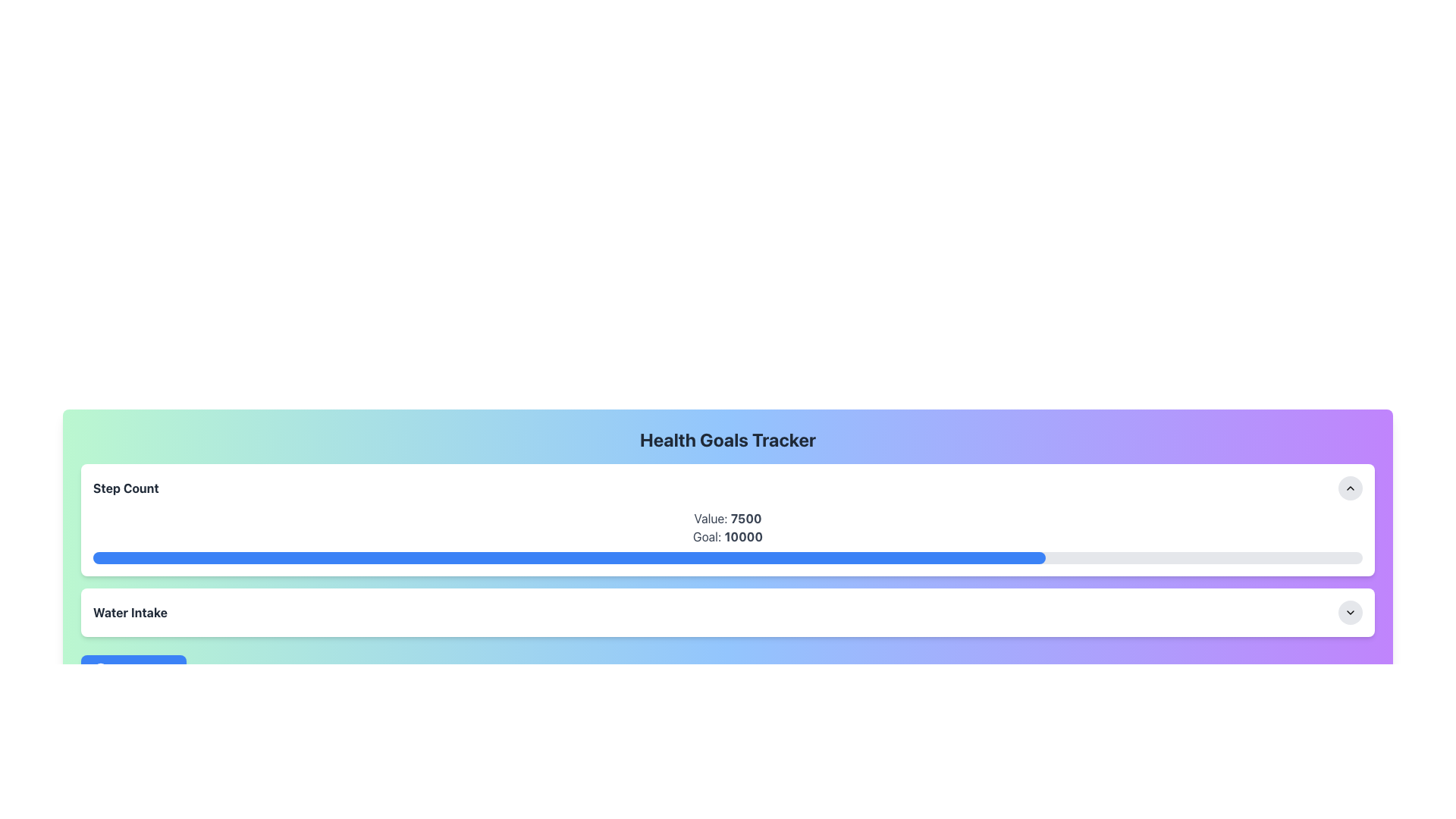 The width and height of the screenshot is (1456, 819). I want to click on static text element displaying the value '7500' located beneath the heading 'Health Goals Tracker' and aligned with the label 'Value:', so click(746, 517).